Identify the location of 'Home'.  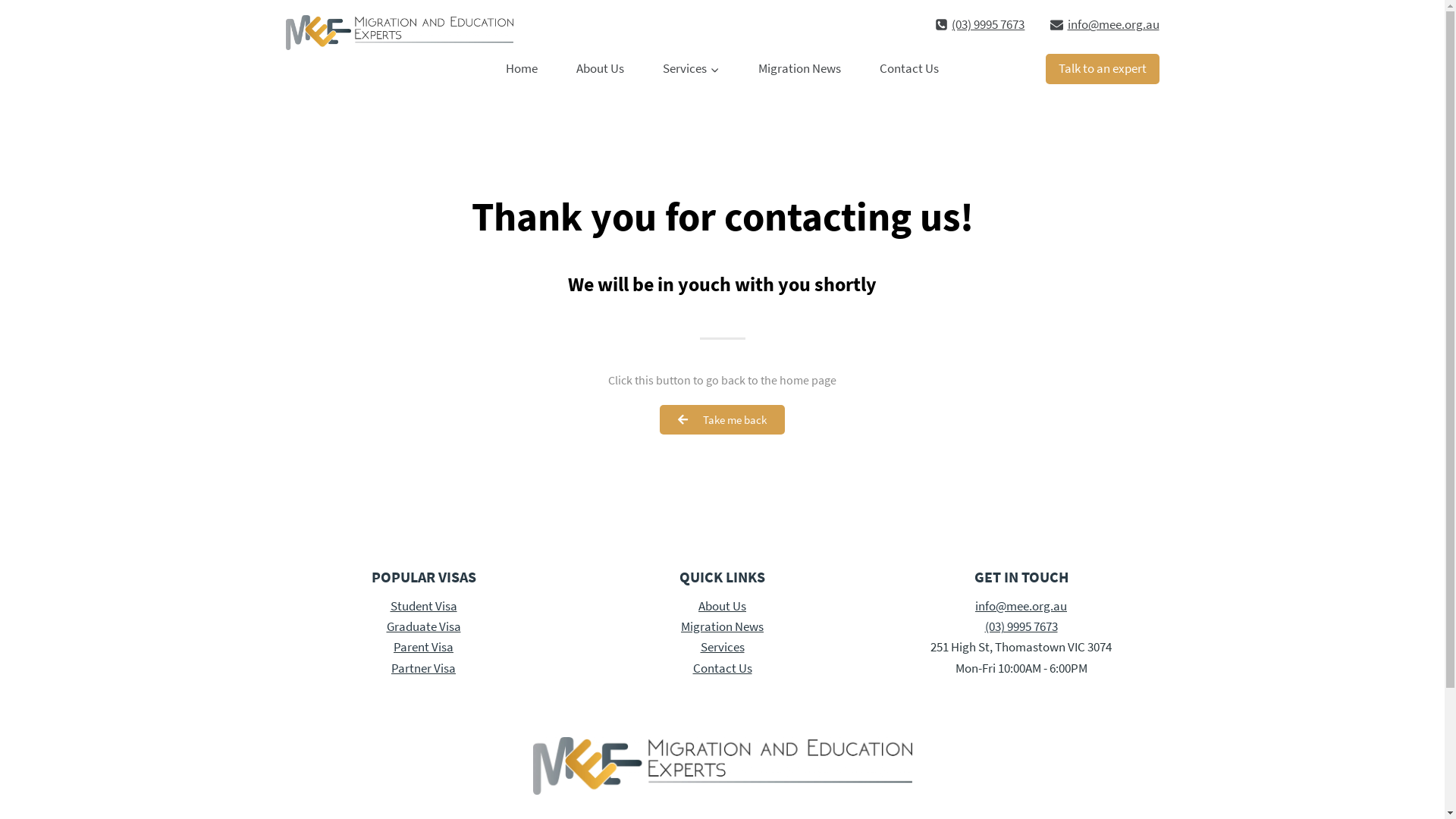
(522, 69).